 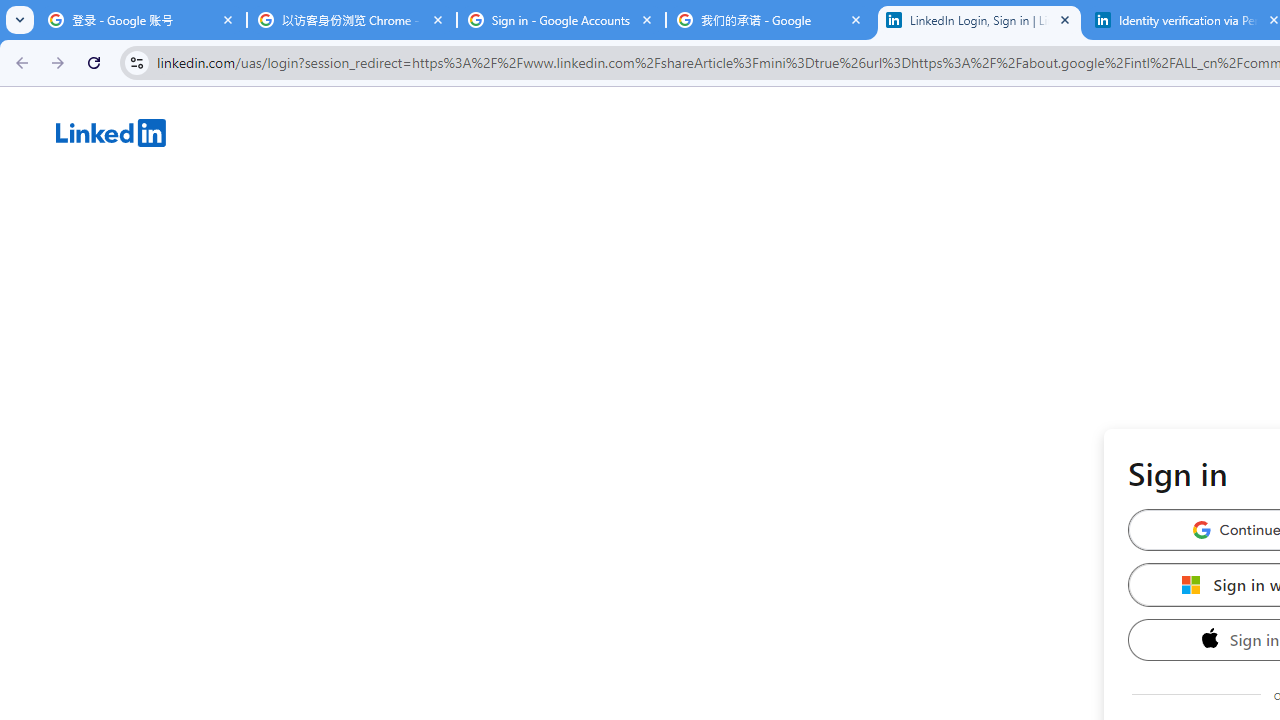 What do you see at coordinates (110, 132) in the screenshot?
I see `'AutomationID: linkedin-logo'` at bounding box center [110, 132].